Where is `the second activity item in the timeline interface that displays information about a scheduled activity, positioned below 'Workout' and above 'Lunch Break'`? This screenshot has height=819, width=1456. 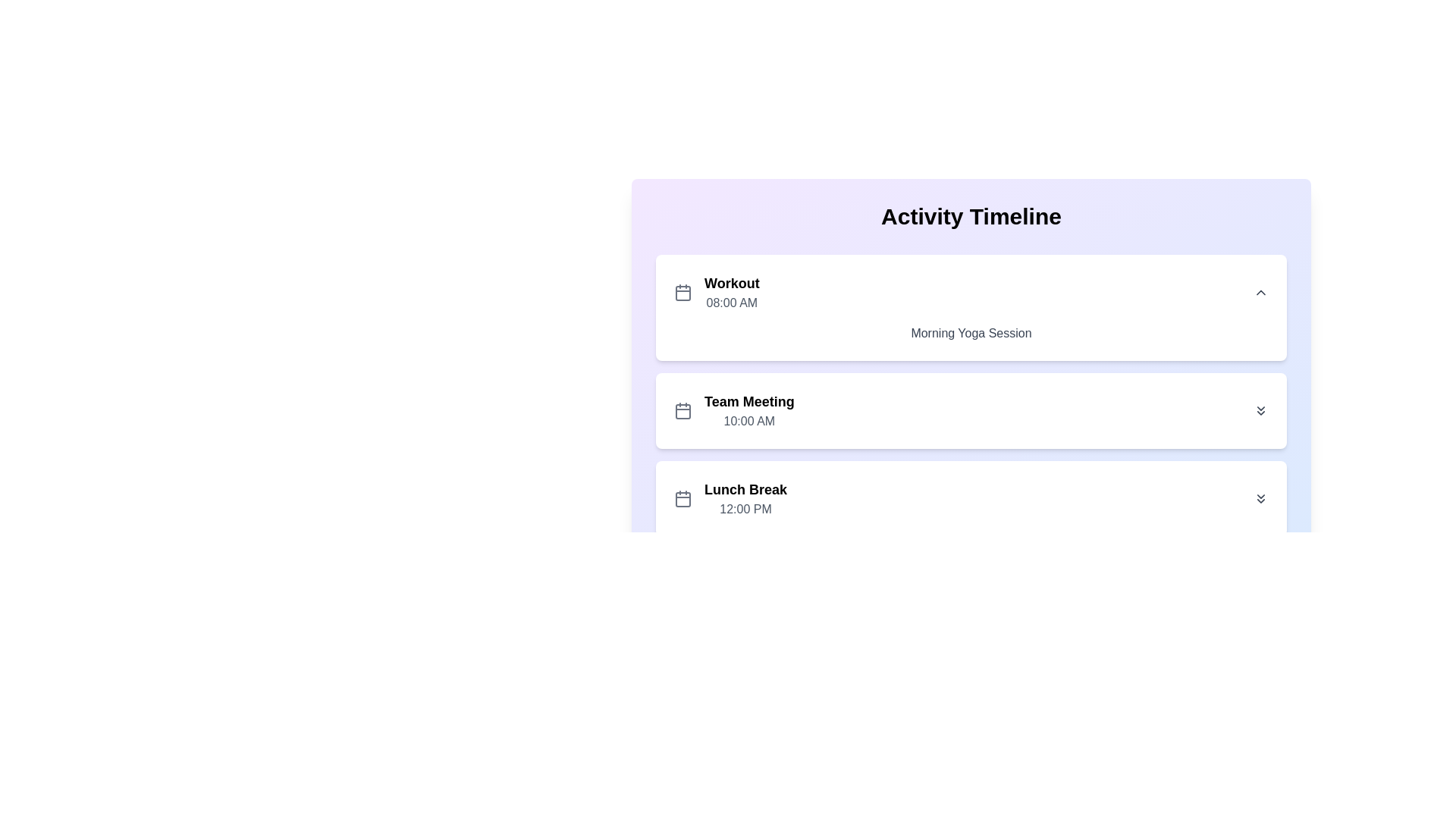
the second activity item in the timeline interface that displays information about a scheduled activity, positioned below 'Workout' and above 'Lunch Break' is located at coordinates (749, 411).